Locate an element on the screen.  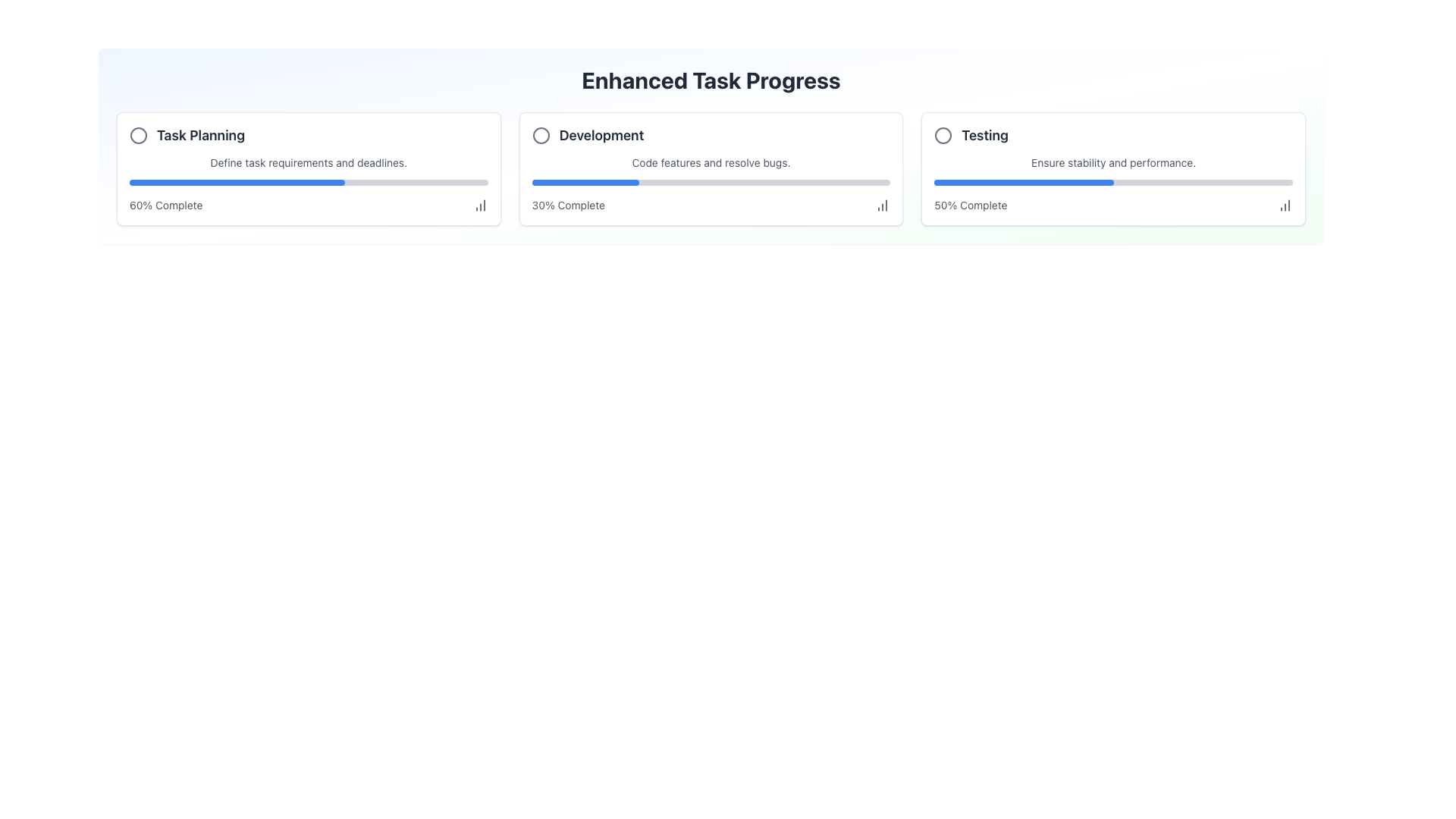
the horizontal progress bar located under the text 'Code features and resolve bugs' in the 'Development' card, which is styled with a light gray background and has a blue-filled segment indicating 30% progress is located at coordinates (710, 181).